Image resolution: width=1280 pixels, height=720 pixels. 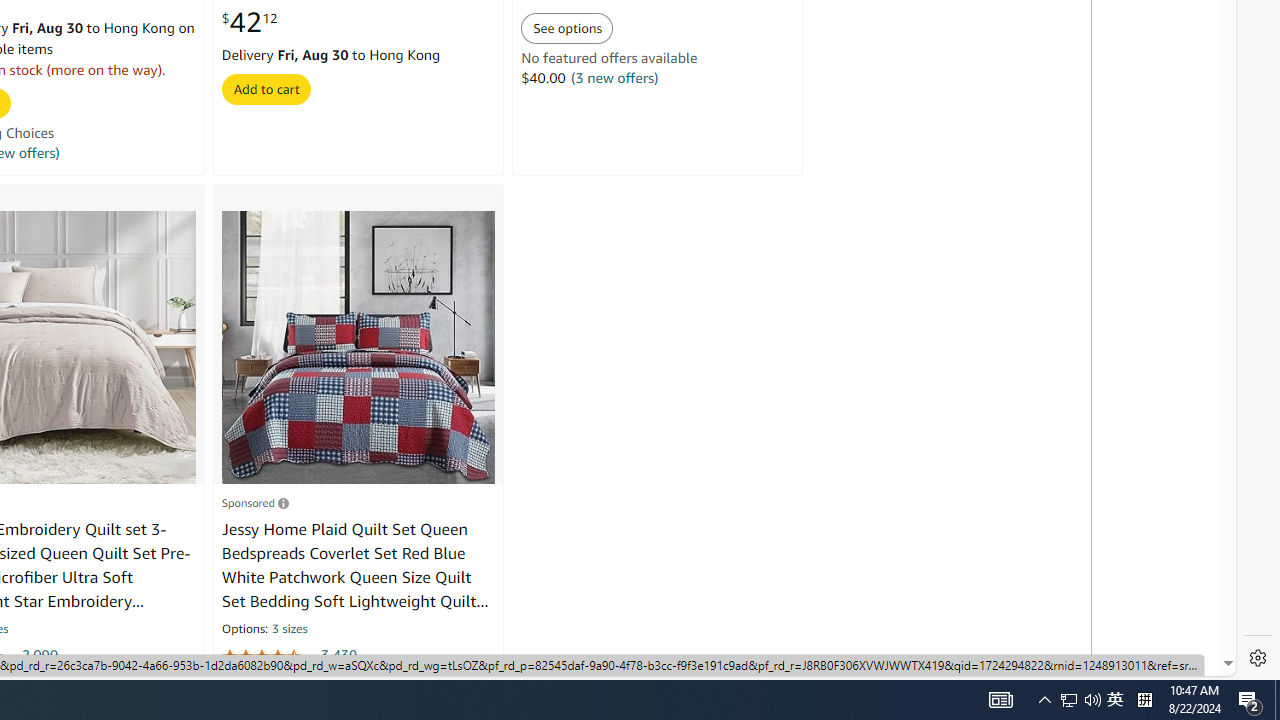 I want to click on '$42.12', so click(x=248, y=23).